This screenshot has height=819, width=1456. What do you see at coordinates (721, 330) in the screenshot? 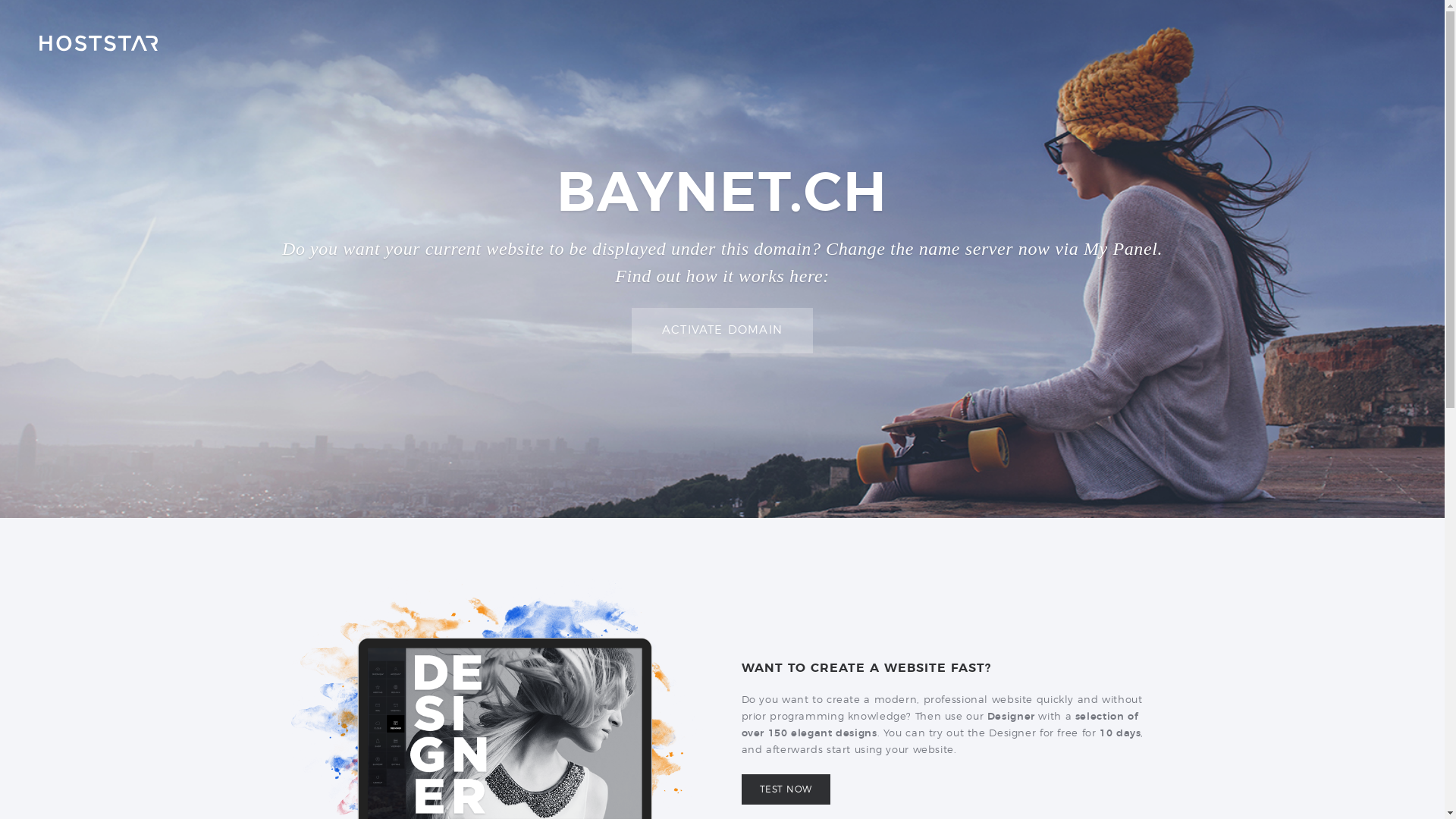
I see `'ACTIVATE DOMAIN'` at bounding box center [721, 330].